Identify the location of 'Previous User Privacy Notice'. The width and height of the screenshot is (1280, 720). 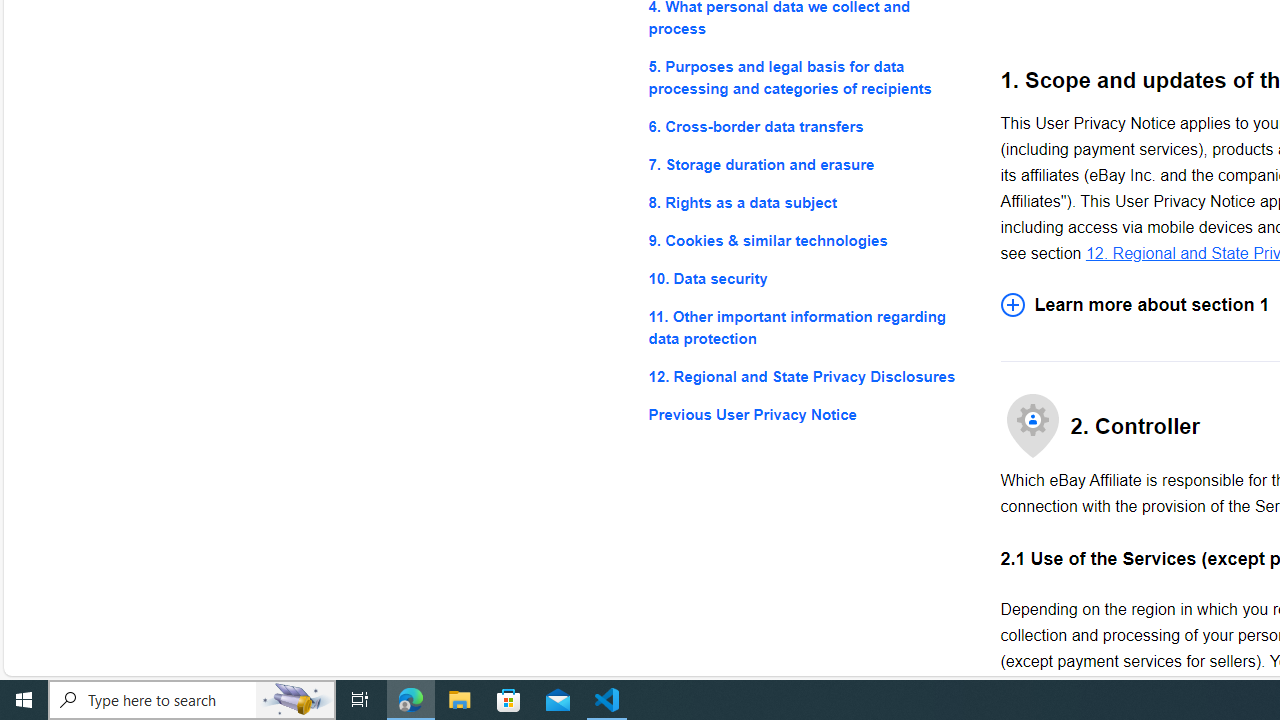
(808, 414).